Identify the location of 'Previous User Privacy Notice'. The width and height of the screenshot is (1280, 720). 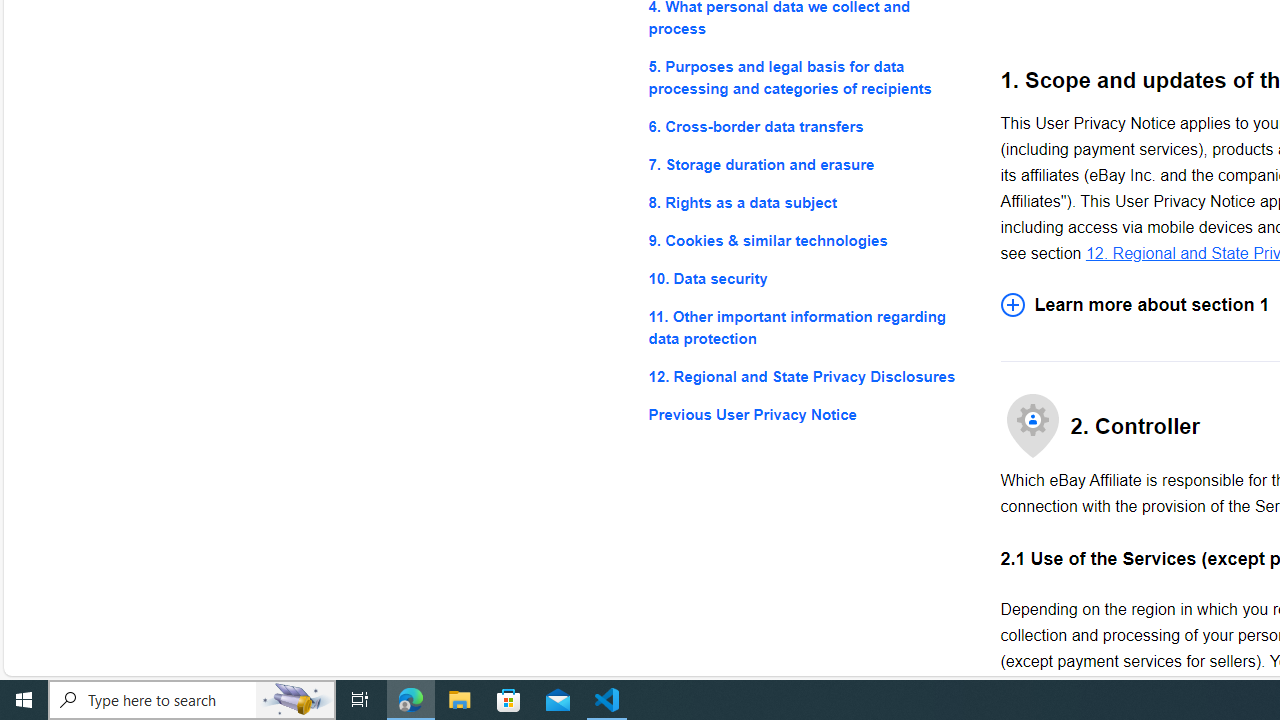
(808, 414).